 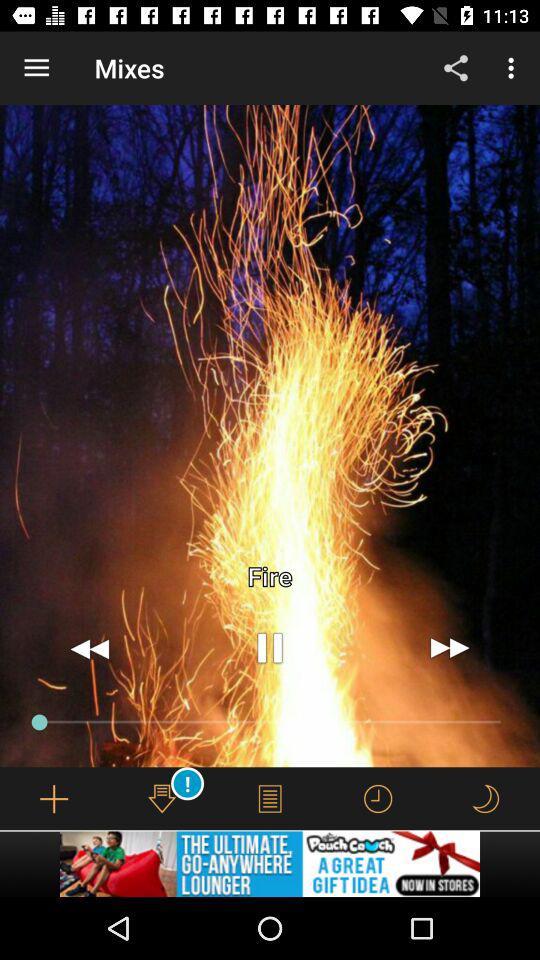 I want to click on the av_forward icon, so click(x=449, y=647).